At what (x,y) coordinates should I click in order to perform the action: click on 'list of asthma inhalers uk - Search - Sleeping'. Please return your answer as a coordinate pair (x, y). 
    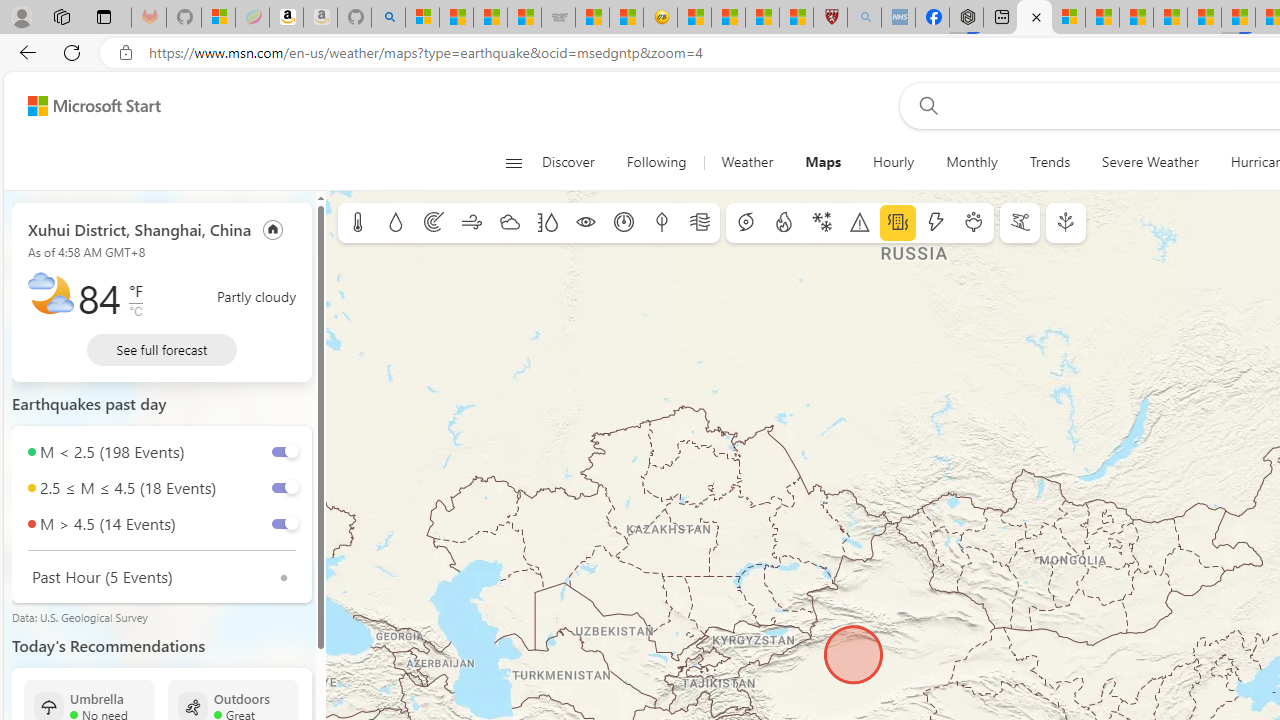
    Looking at the image, I should click on (864, 17).